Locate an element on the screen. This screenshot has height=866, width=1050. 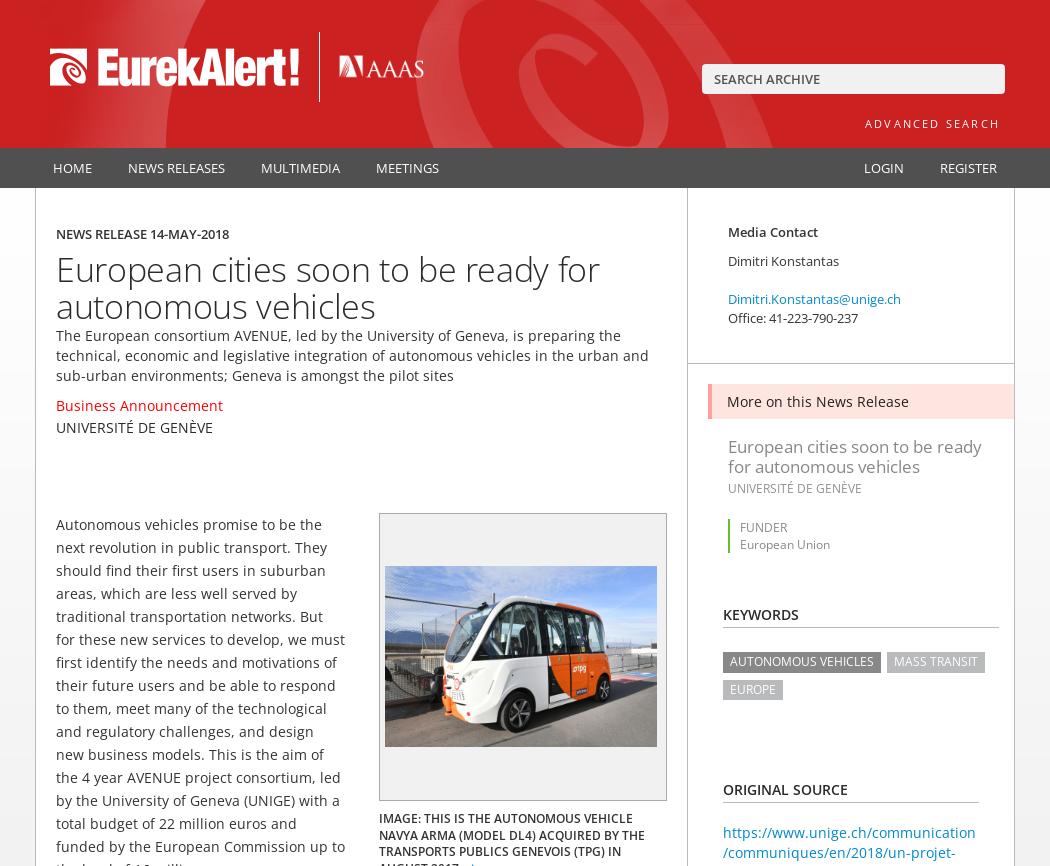
'Home' is located at coordinates (71, 166).